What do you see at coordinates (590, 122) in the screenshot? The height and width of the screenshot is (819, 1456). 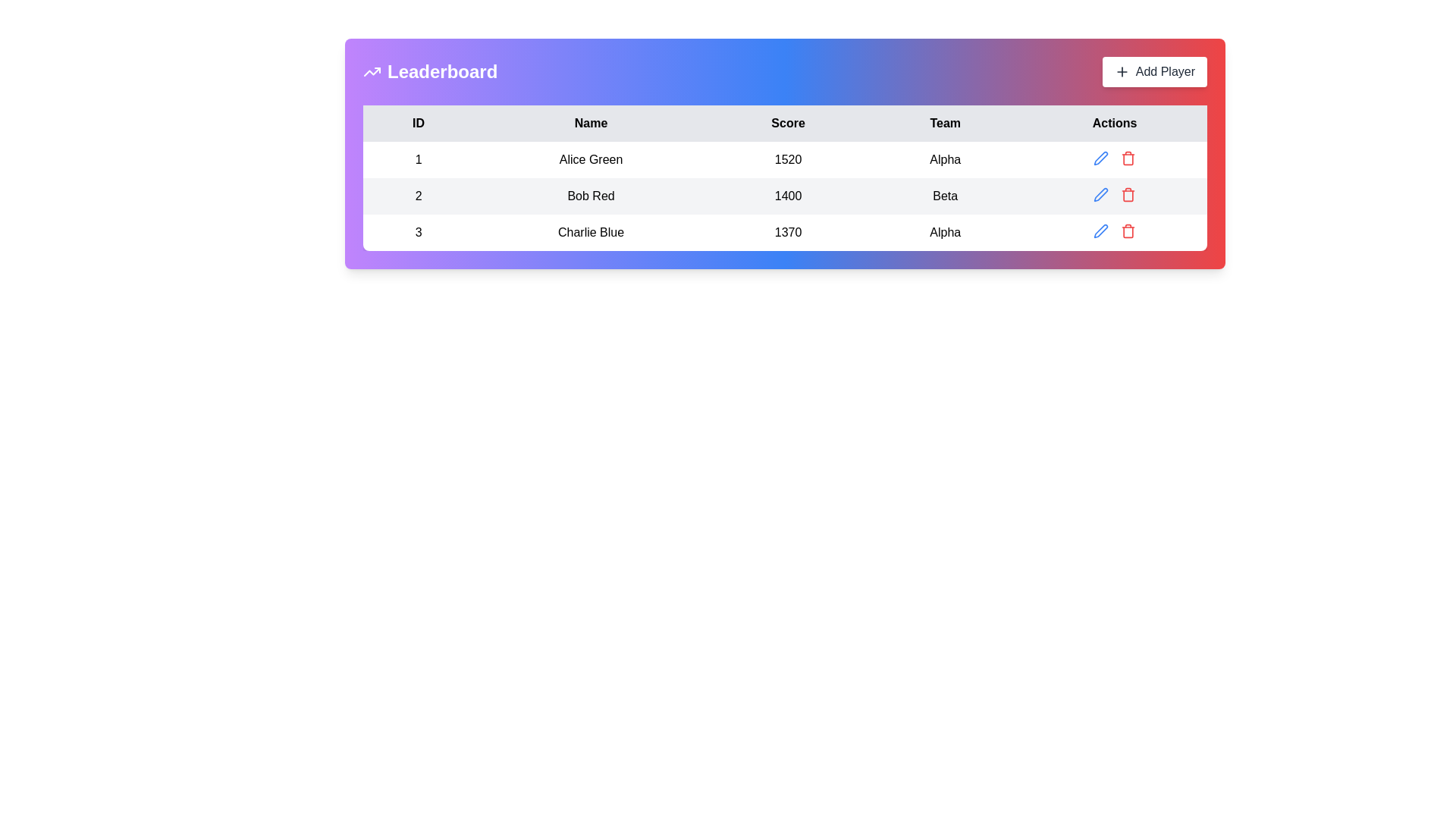 I see `the 'Name' table column header, which is the second column header in the table, styled with a bold font on a light gray background` at bounding box center [590, 122].